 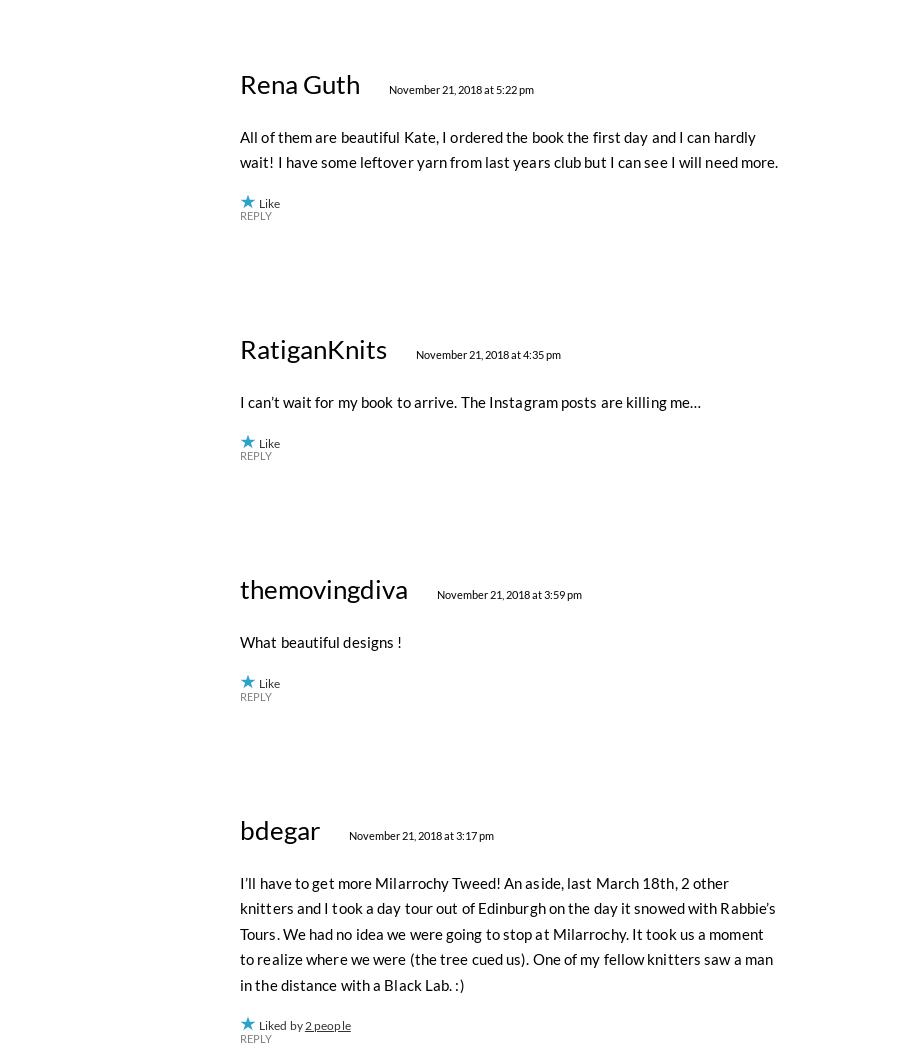 I want to click on 'Barb', so click(x=266, y=283).